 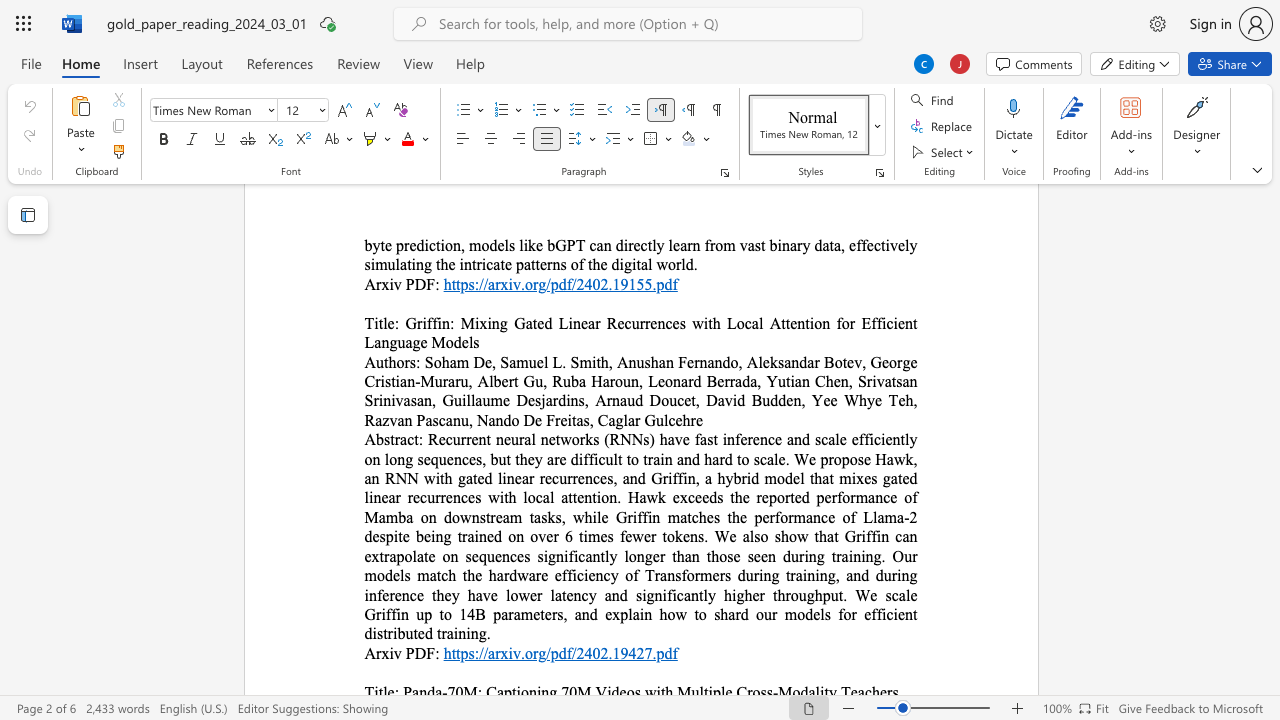 I want to click on the 2th character "2" in the text, so click(x=603, y=653).